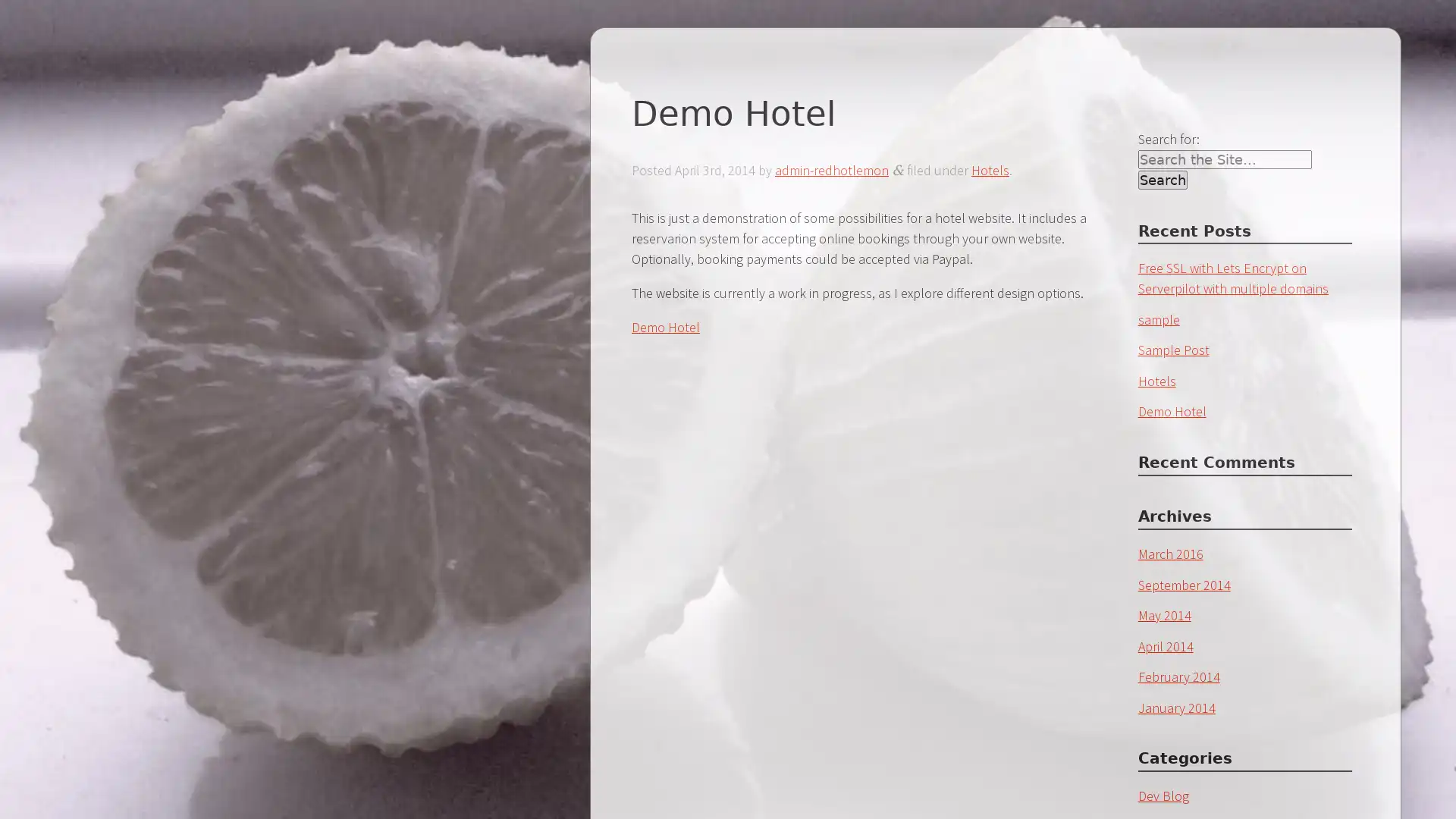 This screenshot has width=1456, height=819. Describe the element at coordinates (1161, 179) in the screenshot. I see `Search` at that location.